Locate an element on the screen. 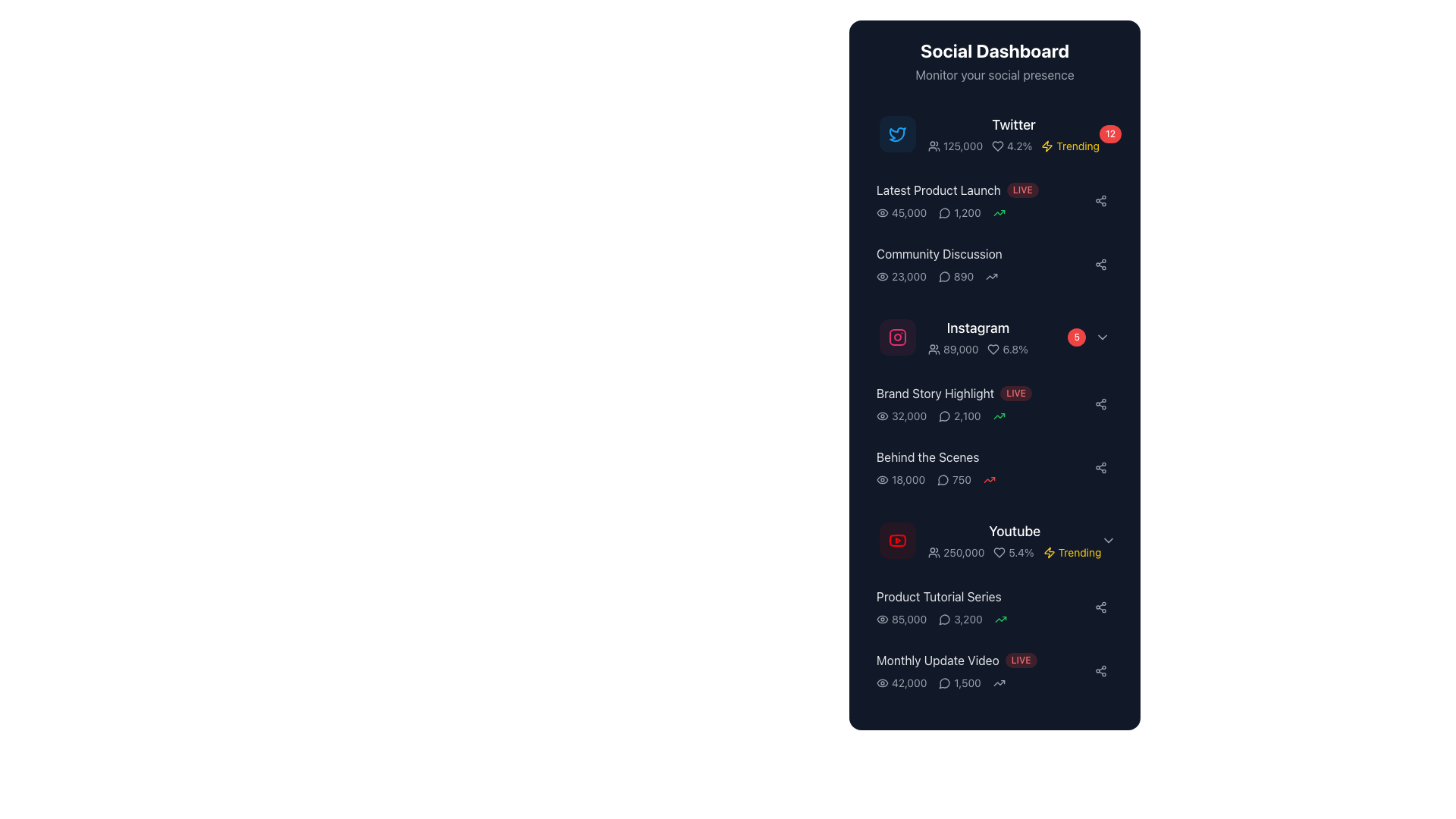  the chevron icon at the far right end of the 'Youtube' section is located at coordinates (1109, 540).